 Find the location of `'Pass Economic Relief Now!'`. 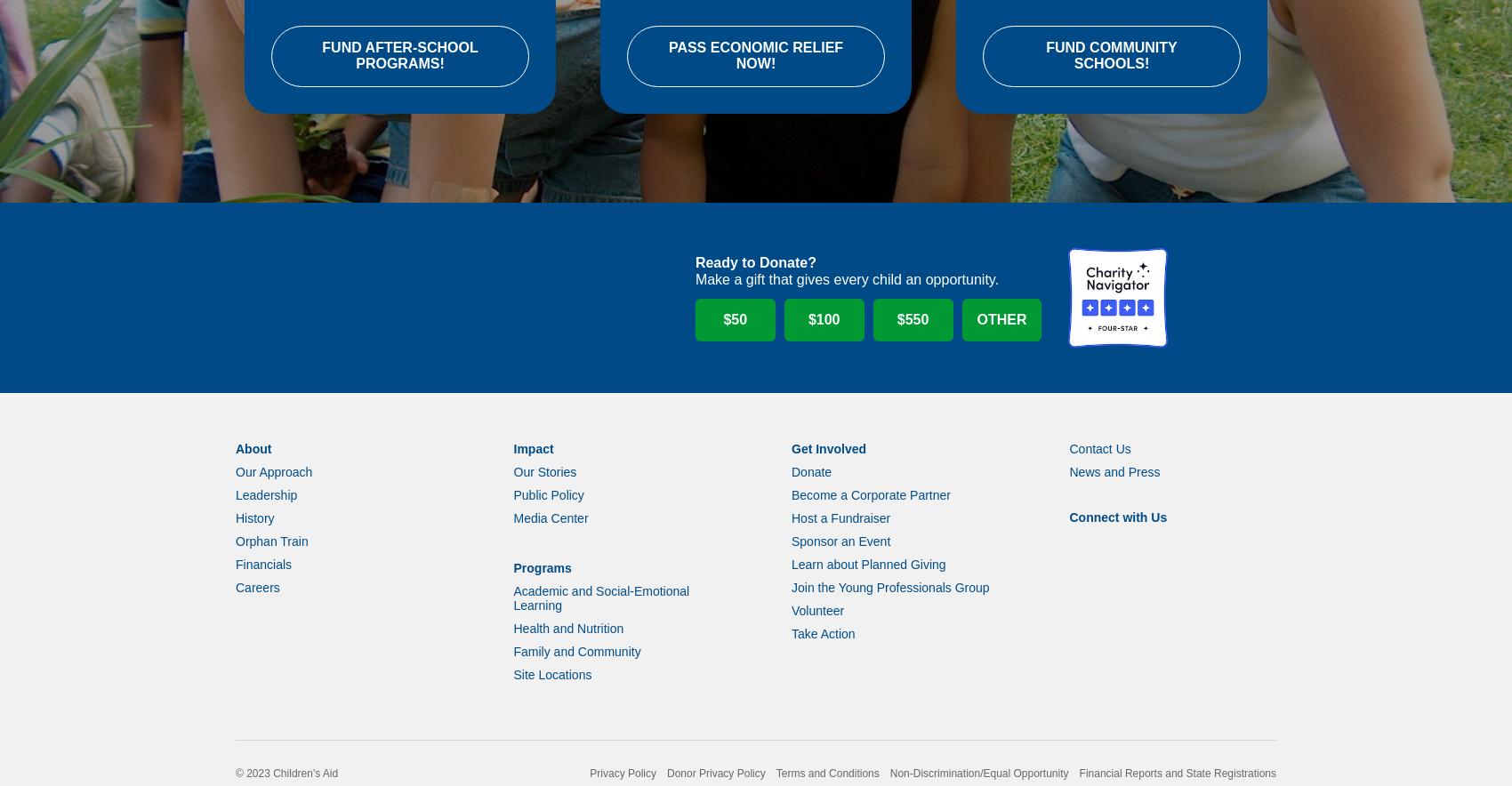

'Pass Economic Relief Now!' is located at coordinates (754, 79).